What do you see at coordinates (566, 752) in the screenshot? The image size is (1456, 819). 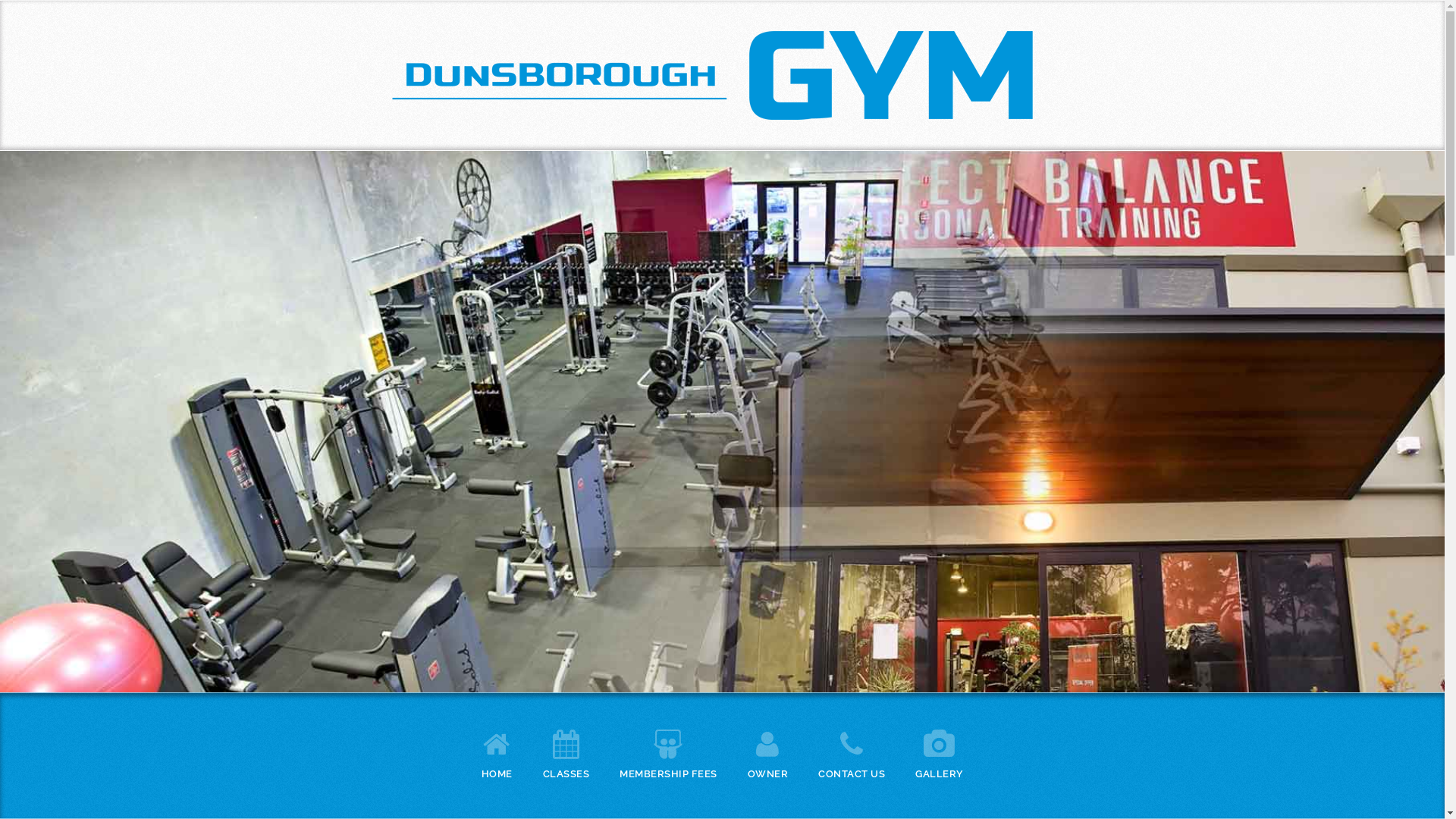 I see `'CLASSES'` at bounding box center [566, 752].